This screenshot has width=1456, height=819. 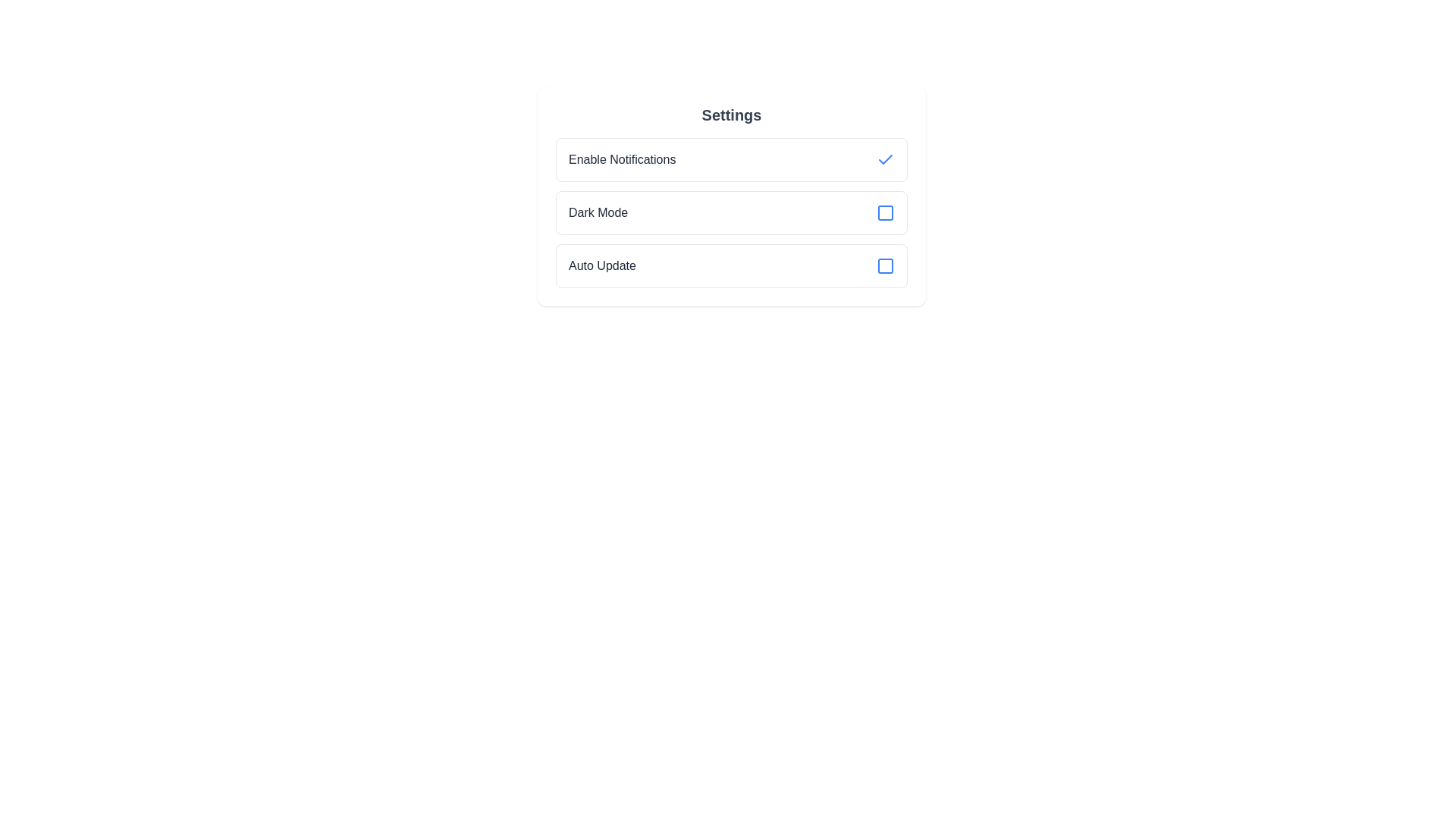 I want to click on the 'Auto Update' checkbox, so click(x=885, y=265).